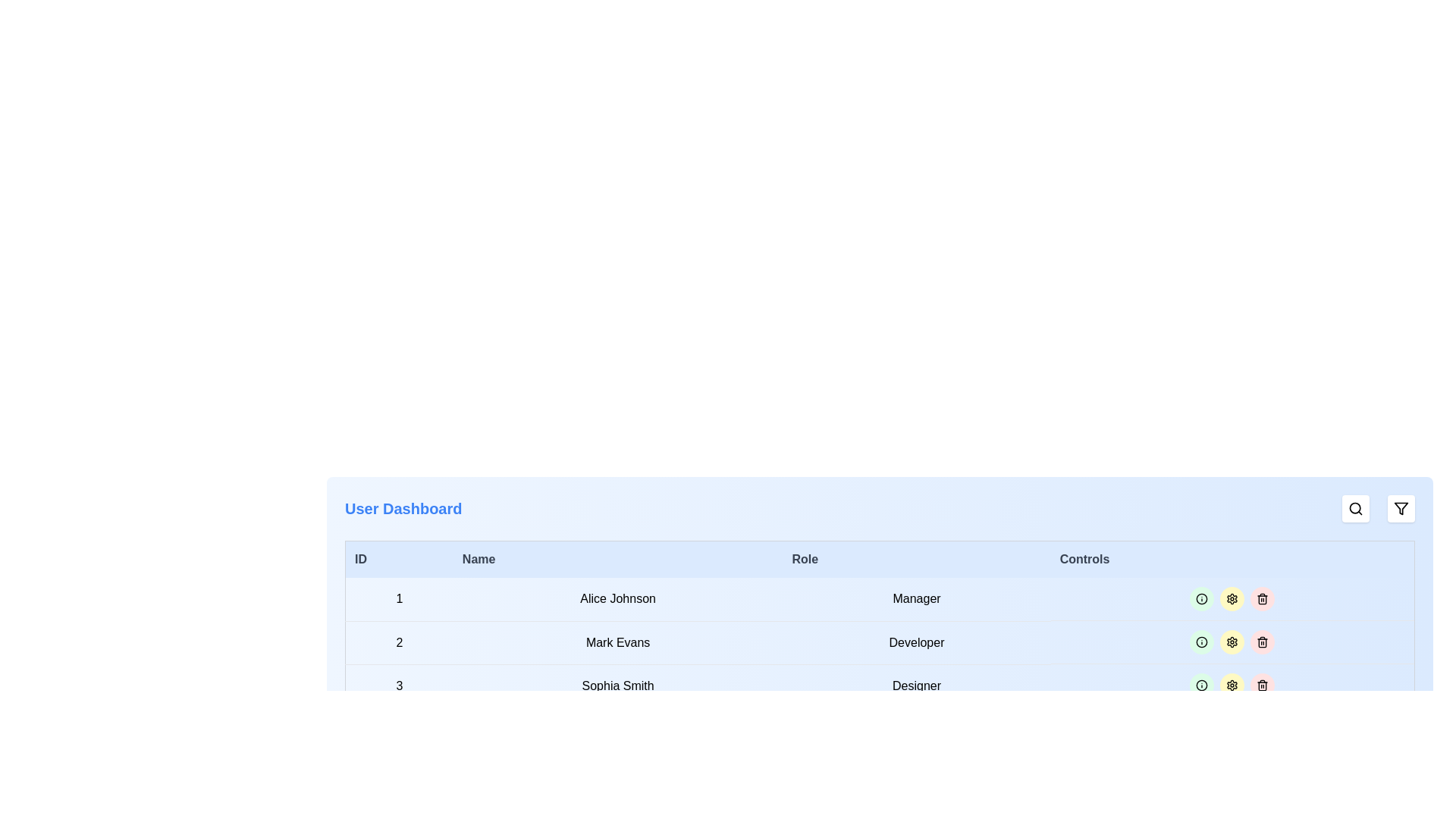 Image resolution: width=1456 pixels, height=819 pixels. Describe the element at coordinates (1232, 772) in the screenshot. I see `the settings button, which is the second from the right in the 'Controls' column of the table` at that location.